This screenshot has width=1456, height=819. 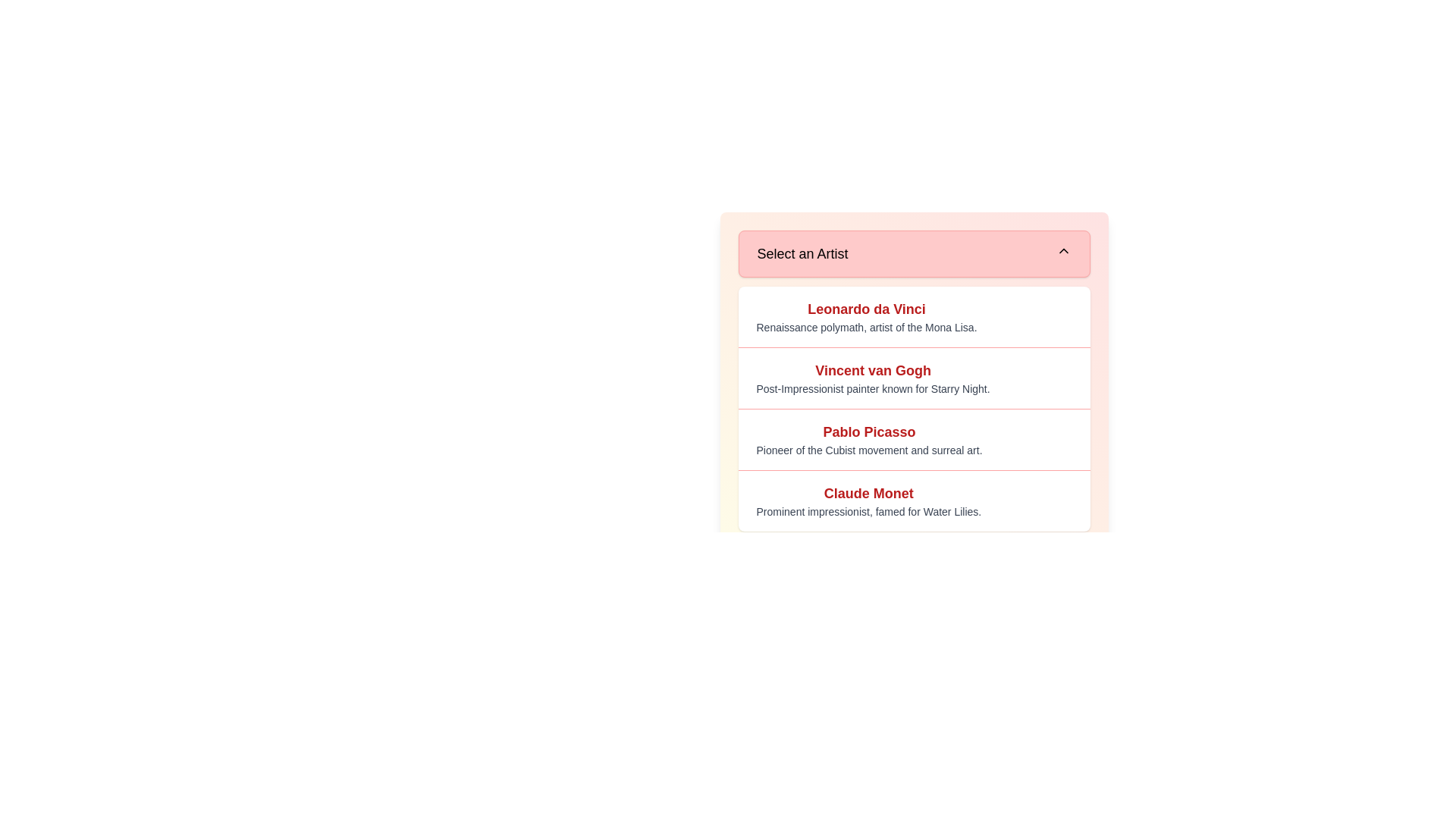 I want to click on the text label displaying 'Vincent van Gogh' in a large, bold red font, positioned in the 'Select an Artist' list between 'Leonardo da Vinci' and 'Pablo Picasso', so click(x=873, y=371).